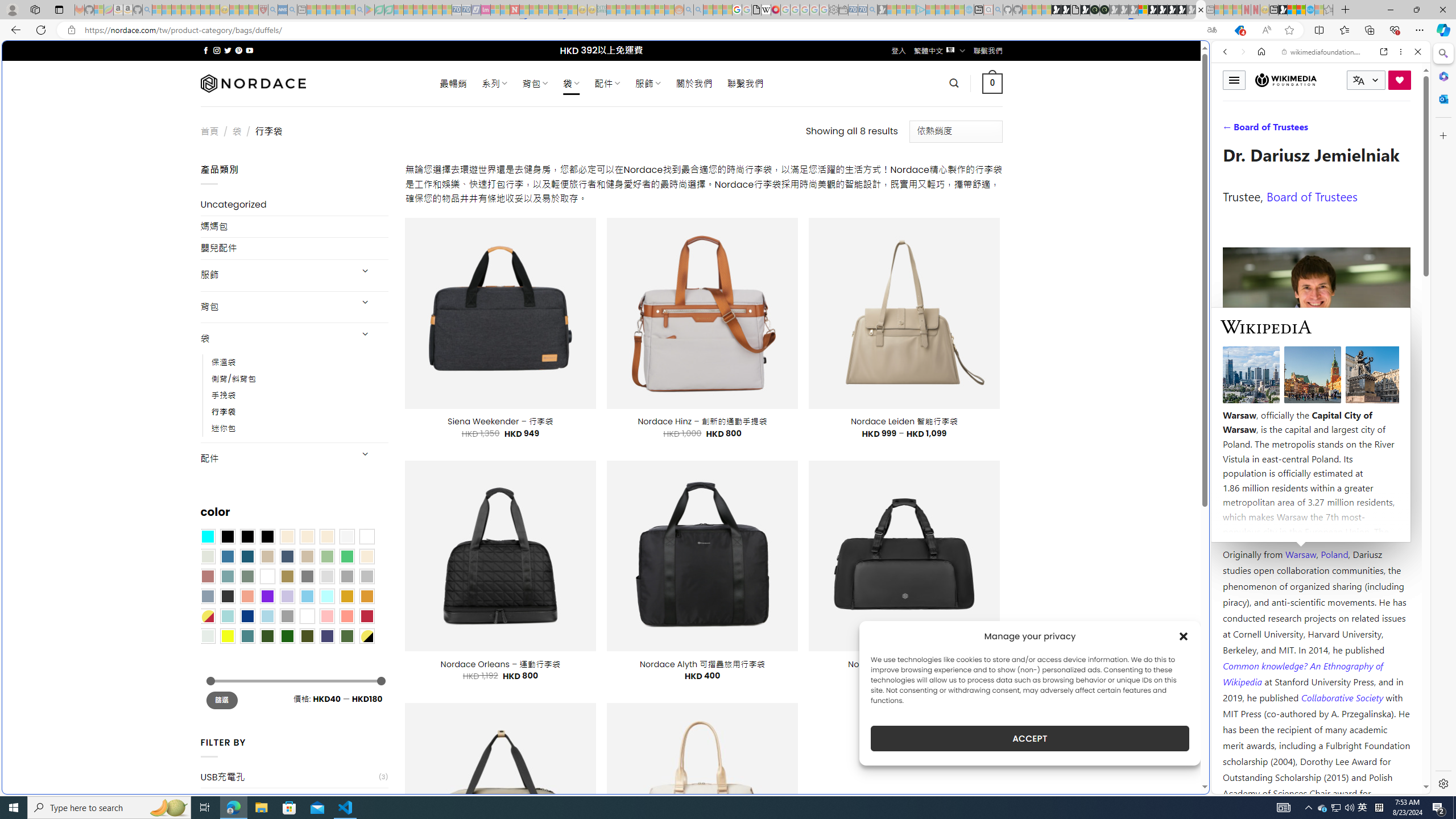  I want to click on 'Services - Maintenance | Sky Blue Bikes - Sky Blue Bikes', so click(1309, 9).